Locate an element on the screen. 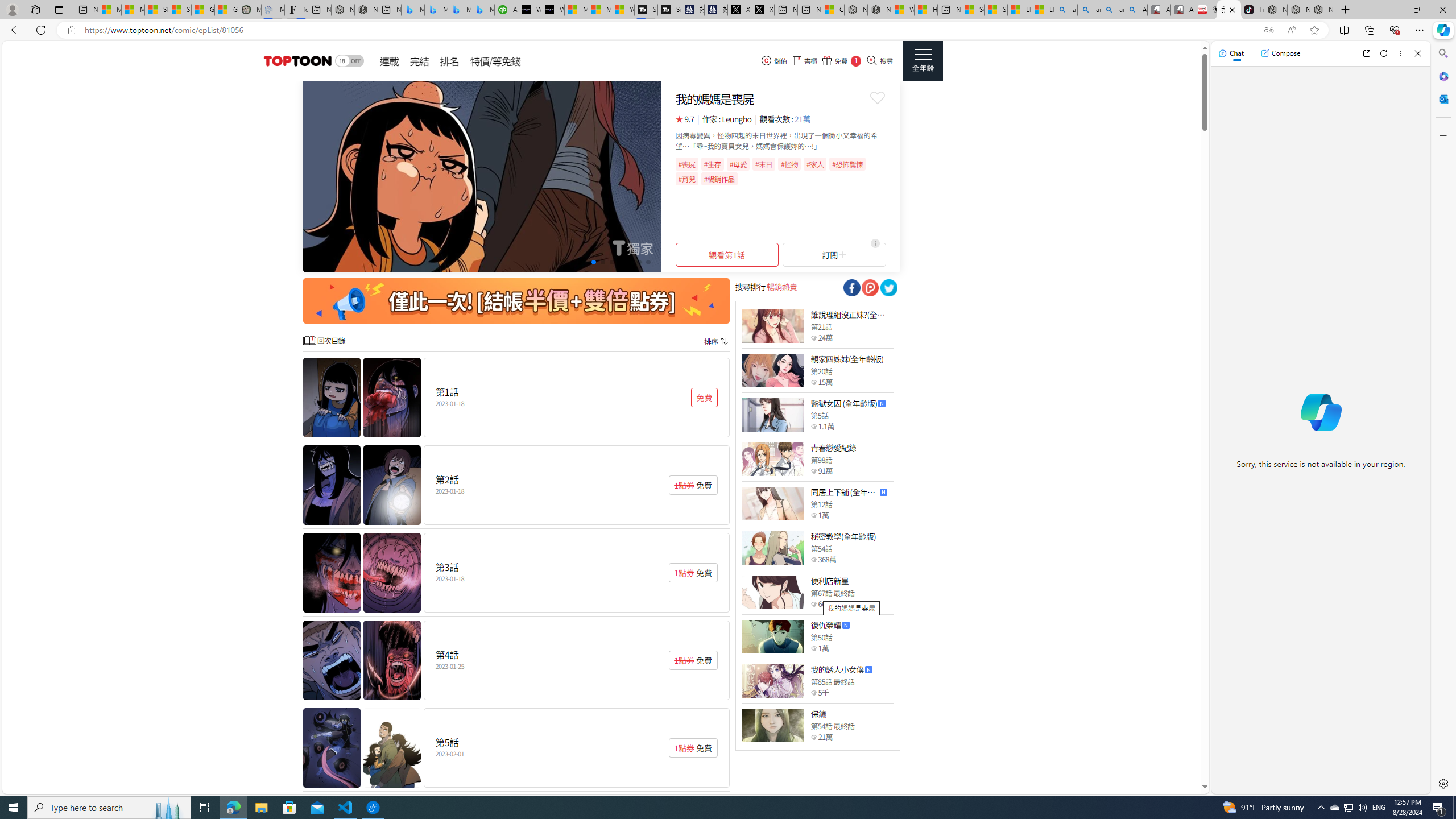 The image size is (1456, 819). 'Go to slide 8' is located at coordinates (629, 261).